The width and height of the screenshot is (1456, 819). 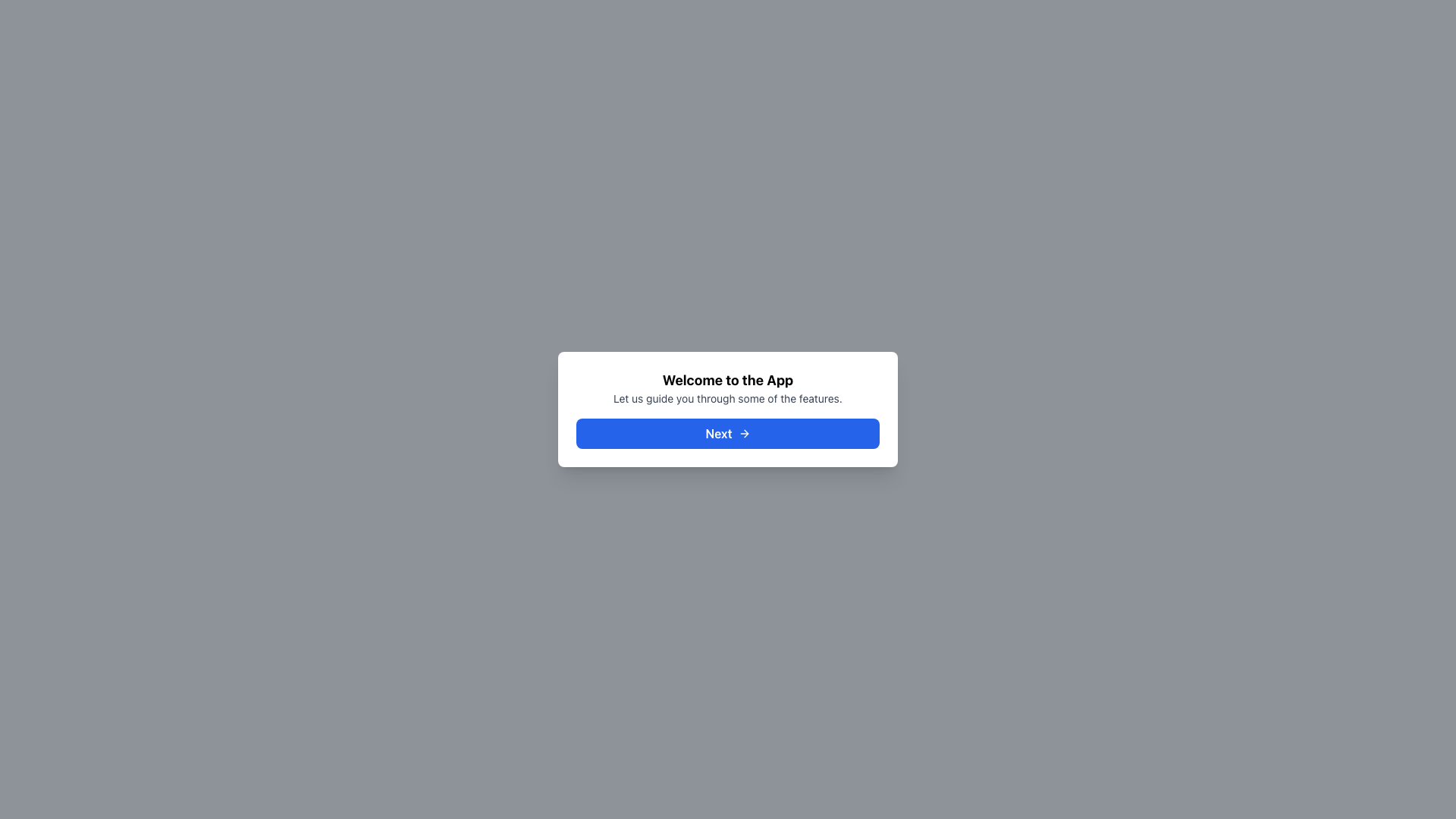 I want to click on the blue button labeled 'Next' at the bottom of the dialog box that displays 'Welcome to the App' to proceed, so click(x=728, y=409).